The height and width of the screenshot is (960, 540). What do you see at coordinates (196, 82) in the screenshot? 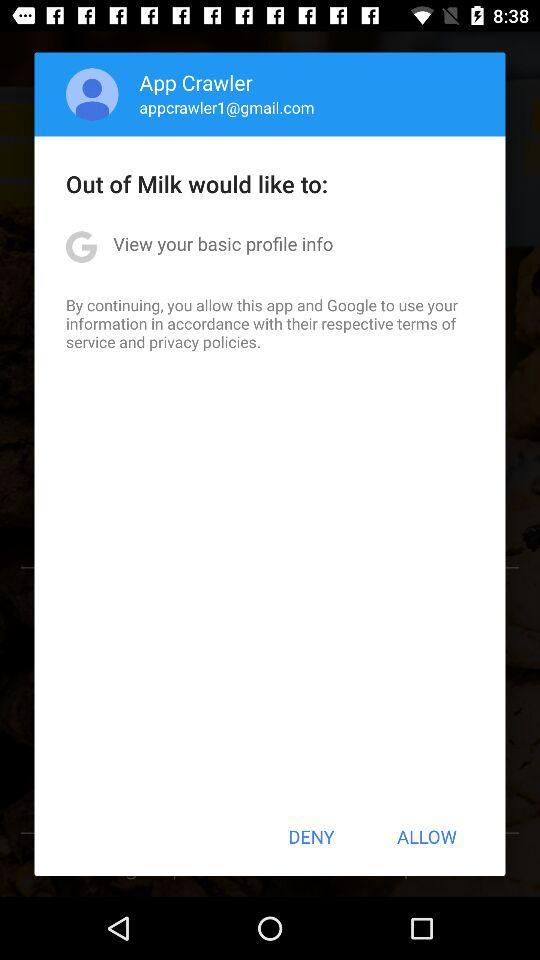
I see `the app crawler item` at bounding box center [196, 82].